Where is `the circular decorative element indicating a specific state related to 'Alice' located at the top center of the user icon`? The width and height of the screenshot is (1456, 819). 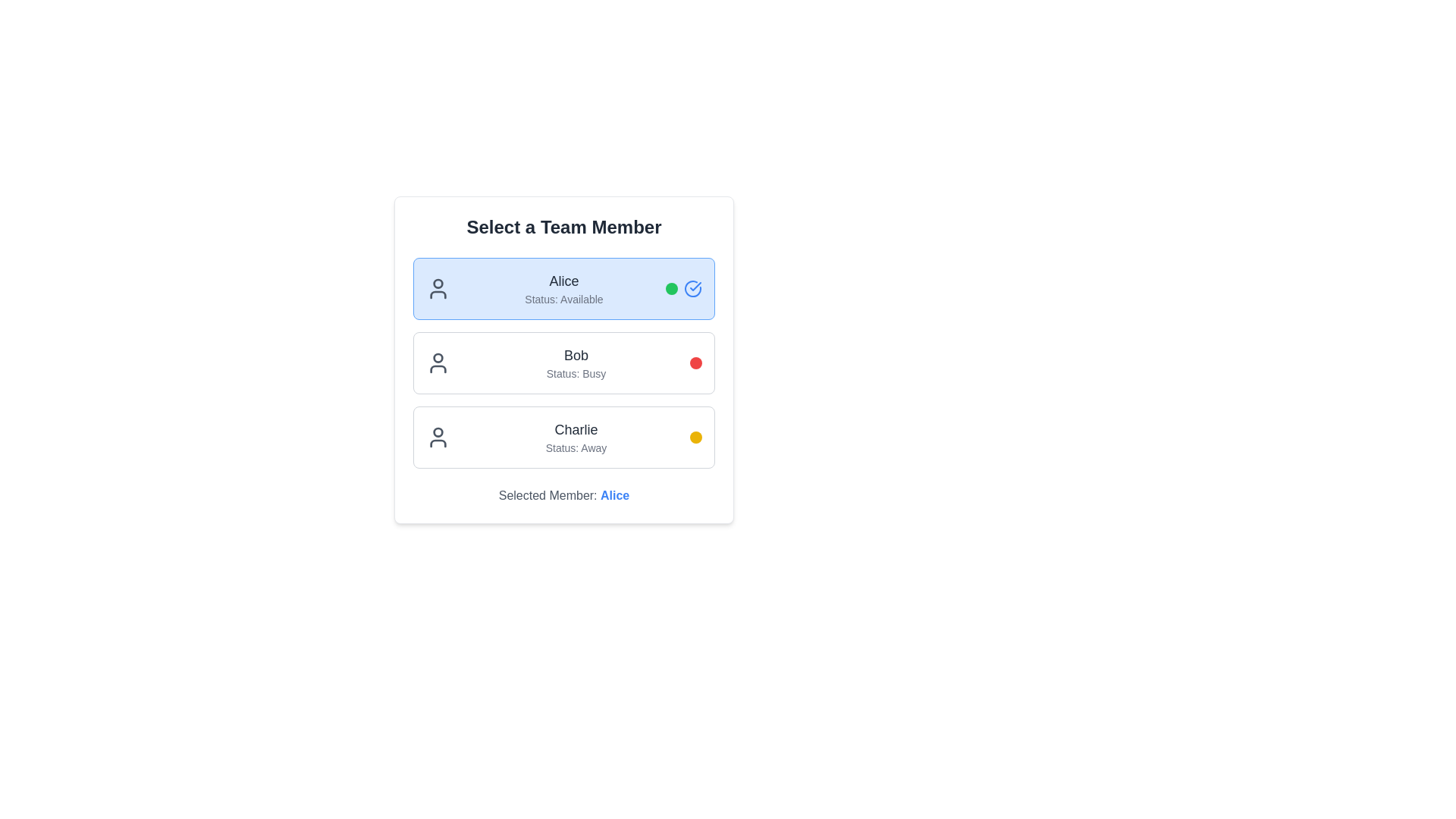
the circular decorative element indicating a specific state related to 'Alice' located at the top center of the user icon is located at coordinates (437, 284).